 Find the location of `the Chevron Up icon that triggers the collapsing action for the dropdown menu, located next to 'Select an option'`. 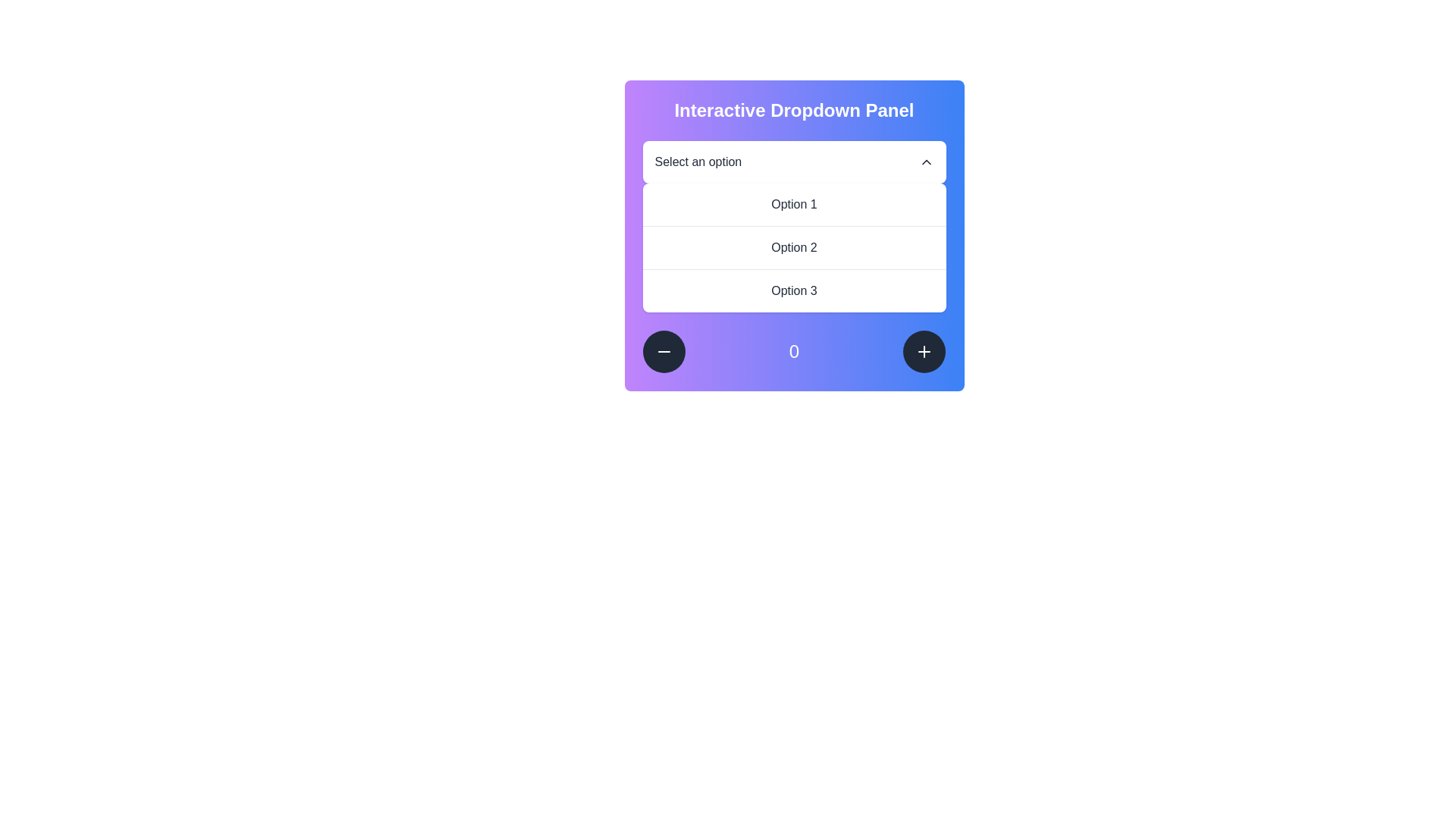

the Chevron Up icon that triggers the collapsing action for the dropdown menu, located next to 'Select an option' is located at coordinates (925, 162).